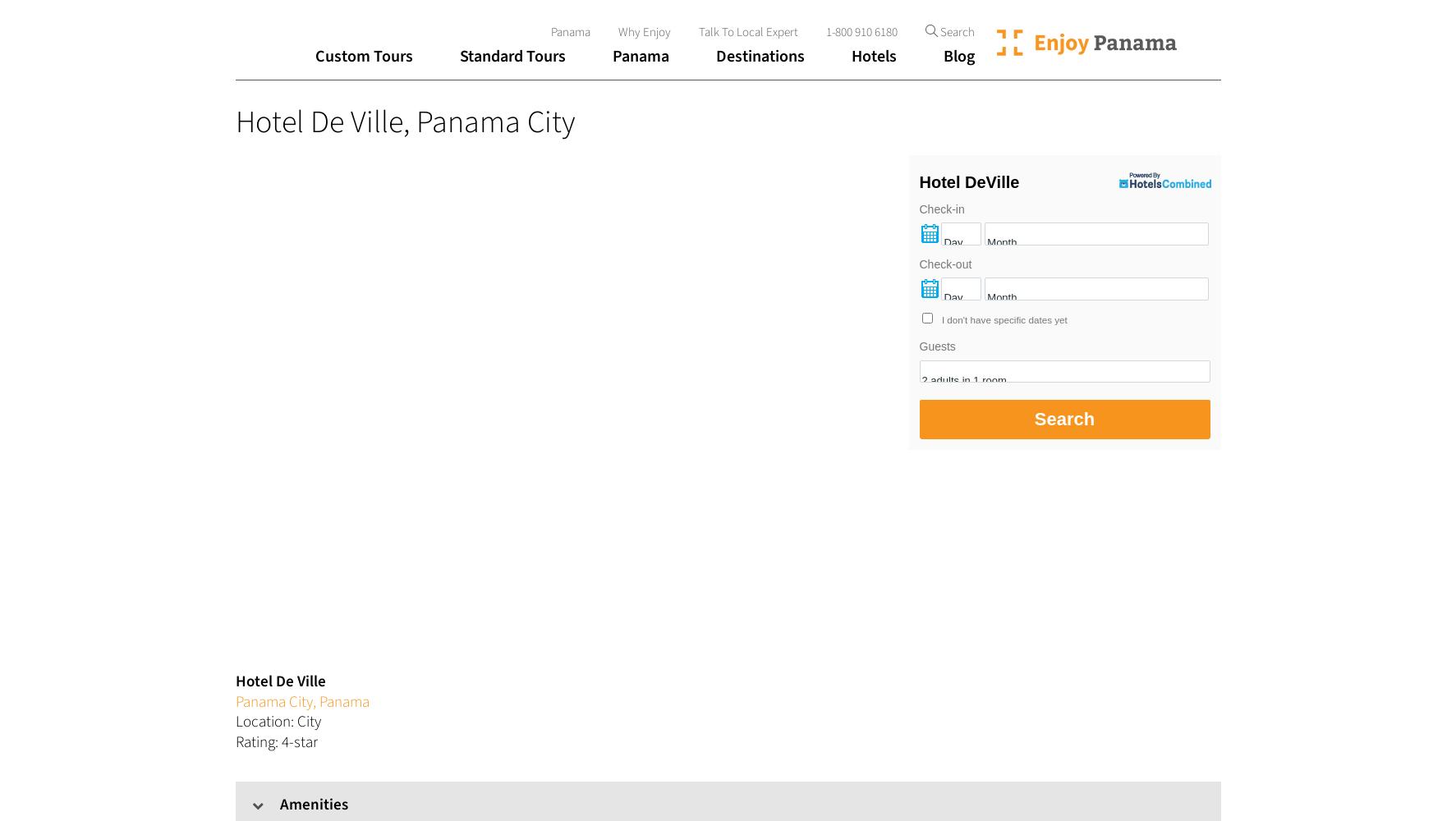 This screenshot has width=1456, height=821. I want to click on 'Sample Itineraries', so click(330, 198).